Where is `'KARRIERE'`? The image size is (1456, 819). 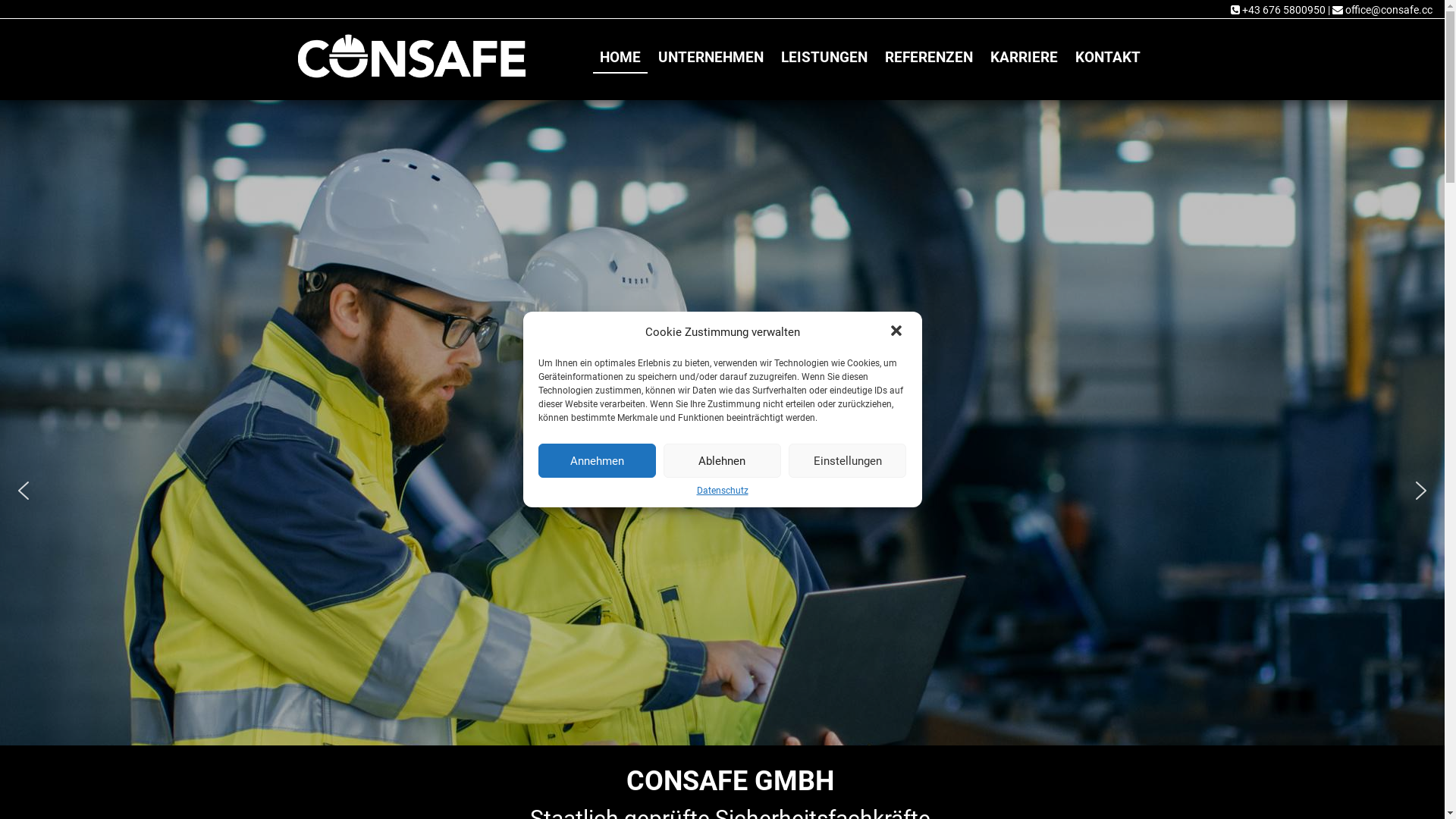 'KARRIERE' is located at coordinates (1023, 56).